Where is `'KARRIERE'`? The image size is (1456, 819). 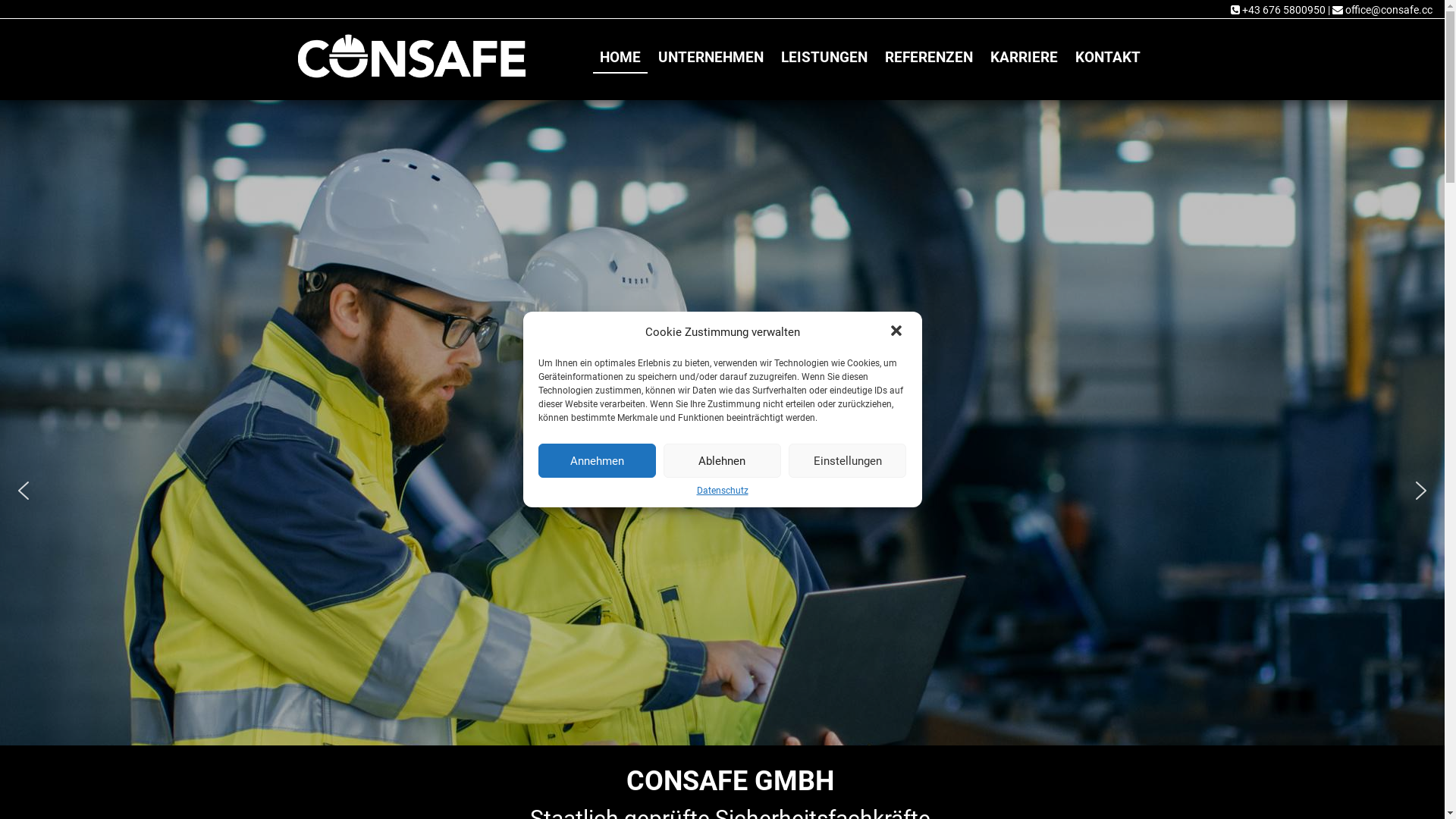 'KARRIERE' is located at coordinates (1023, 56).